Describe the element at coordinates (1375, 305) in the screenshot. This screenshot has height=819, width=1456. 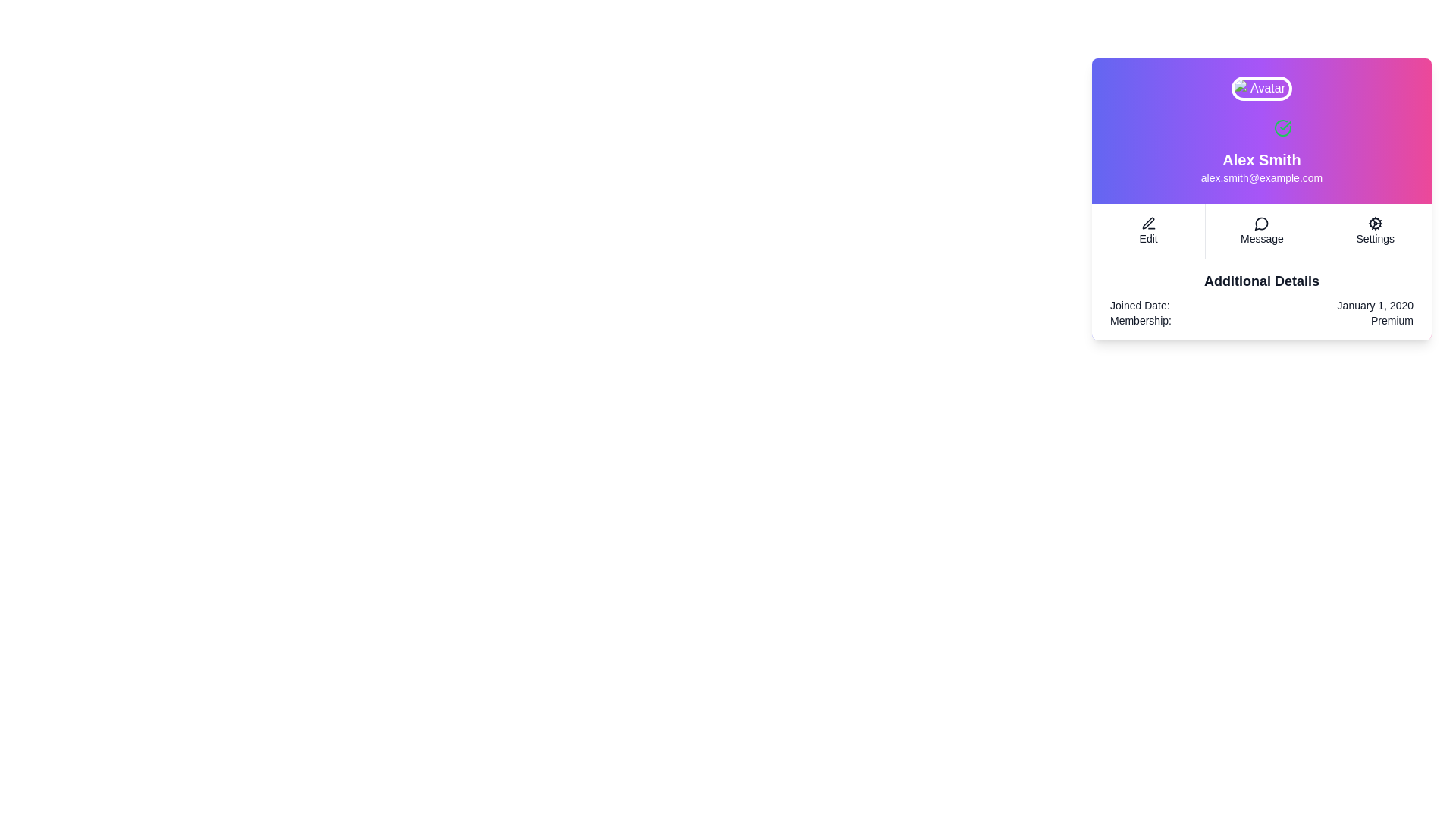
I see `the static text displaying the date value corresponding to when the user joined, located in the bottom-right section of the card interface, aligned with the label 'Joined Date:'` at that location.